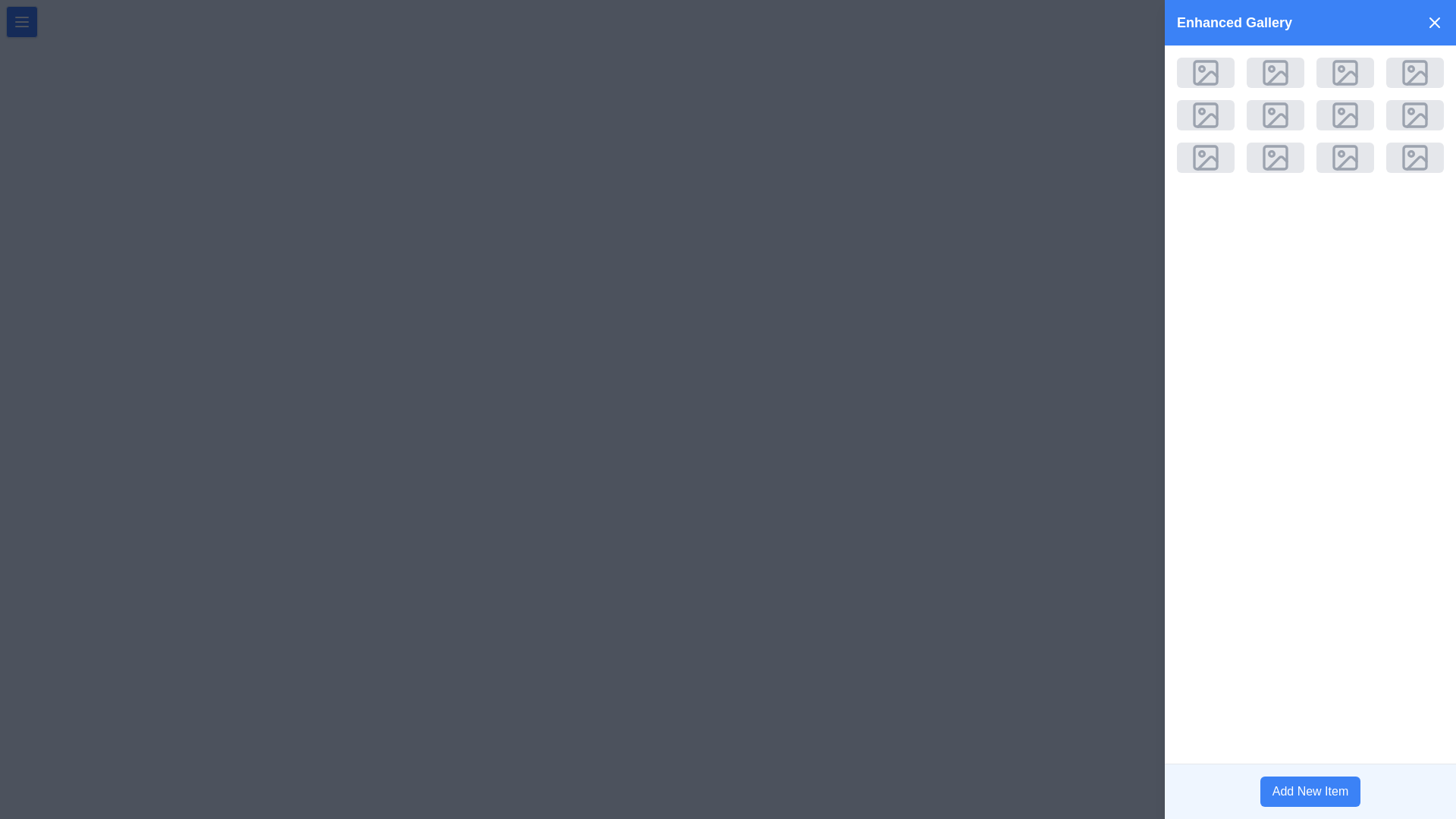  Describe the element at coordinates (1345, 158) in the screenshot. I see `the sixth icon in the Enhanced Gallery` at that location.